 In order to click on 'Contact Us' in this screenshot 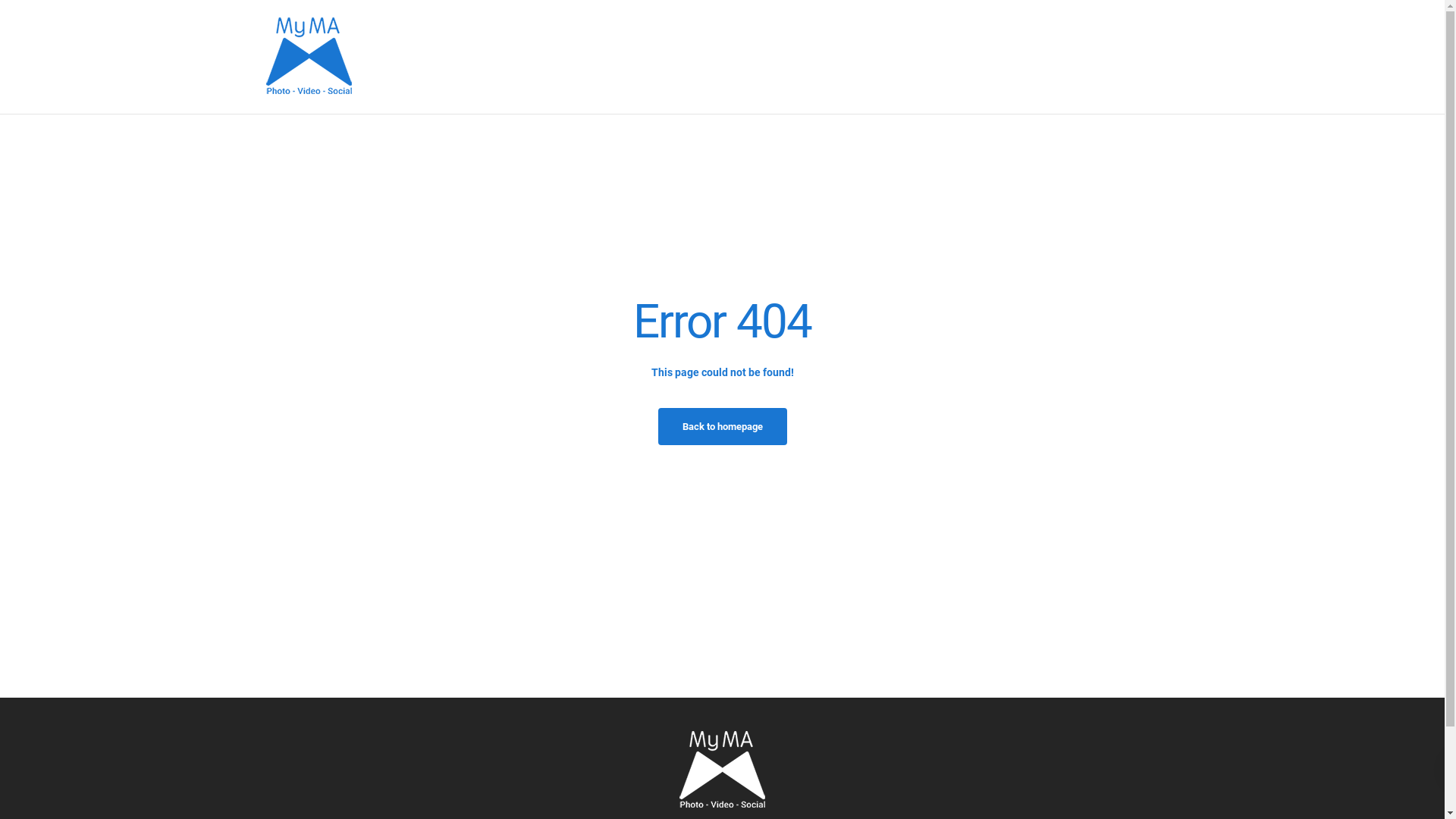, I will do `click(1154, 55)`.